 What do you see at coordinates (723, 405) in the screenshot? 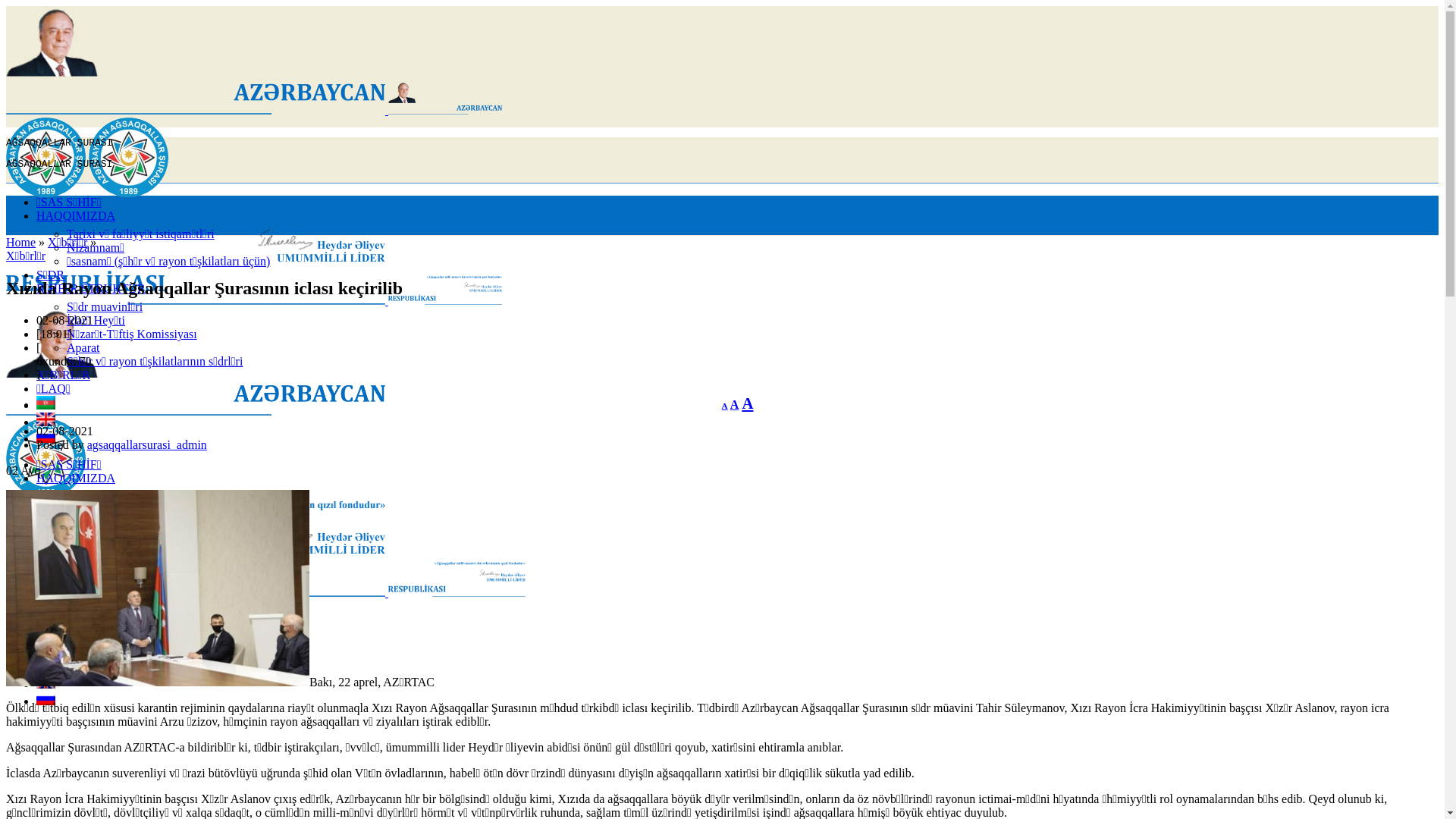
I see `'A` at bounding box center [723, 405].